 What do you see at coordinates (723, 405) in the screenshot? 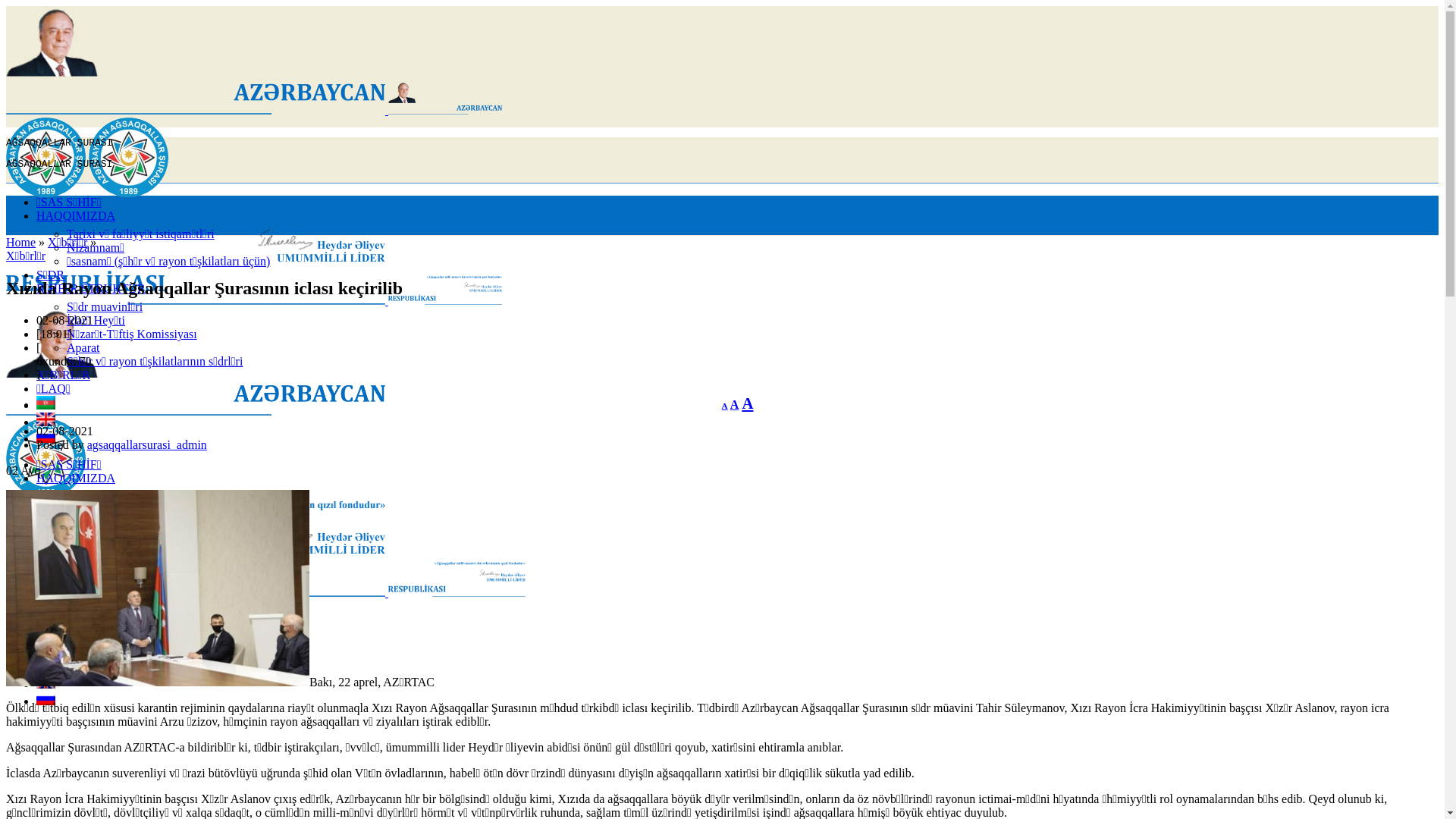
I see `'A` at bounding box center [723, 405].